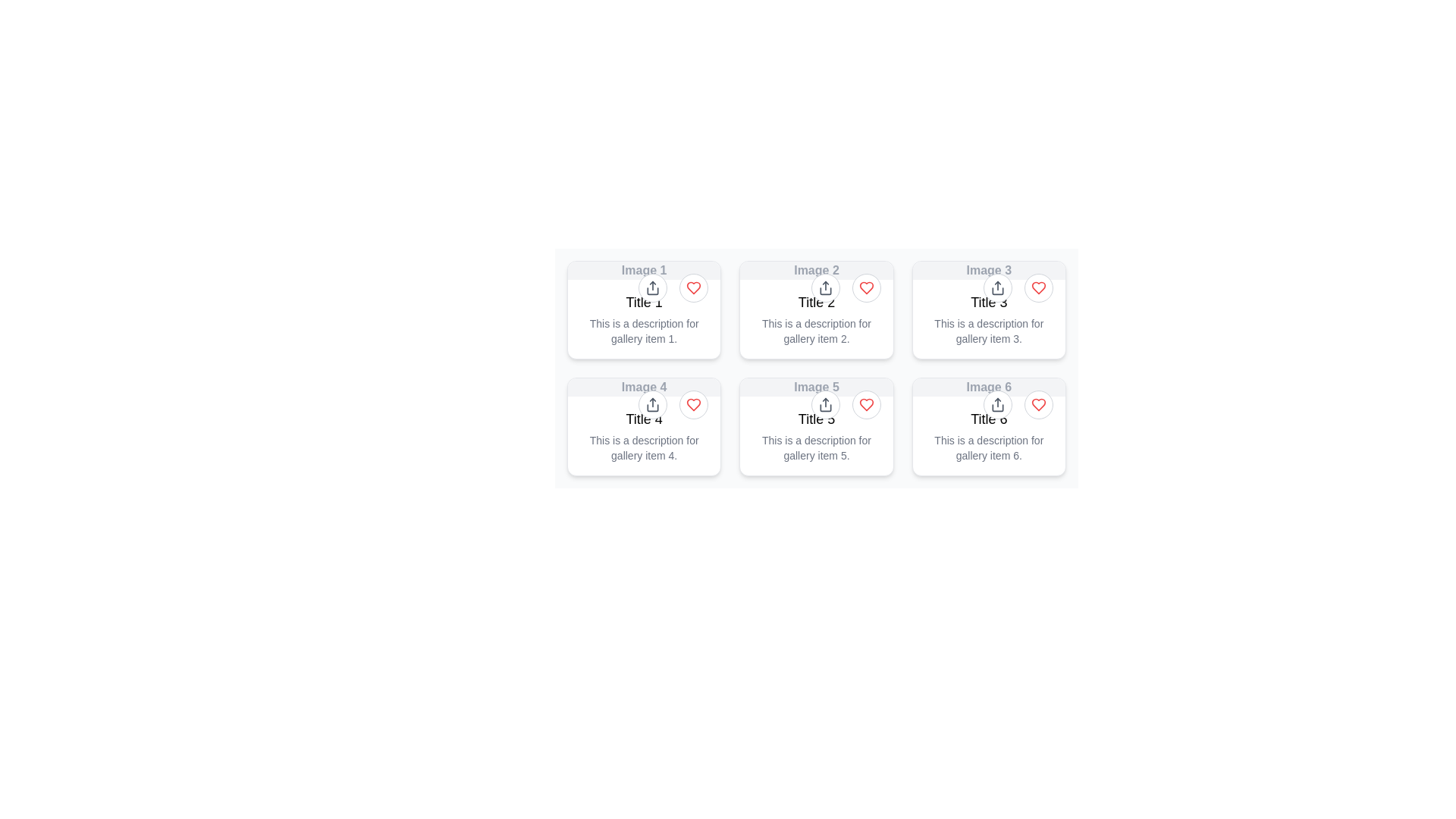 The image size is (1456, 819). What do you see at coordinates (644, 302) in the screenshot?
I see `the Text label that serves as the title for the associated card, located in the top left card of a 2-row, 3-column grid layout, positioned below 'Image 1' and above a descriptive text block` at bounding box center [644, 302].